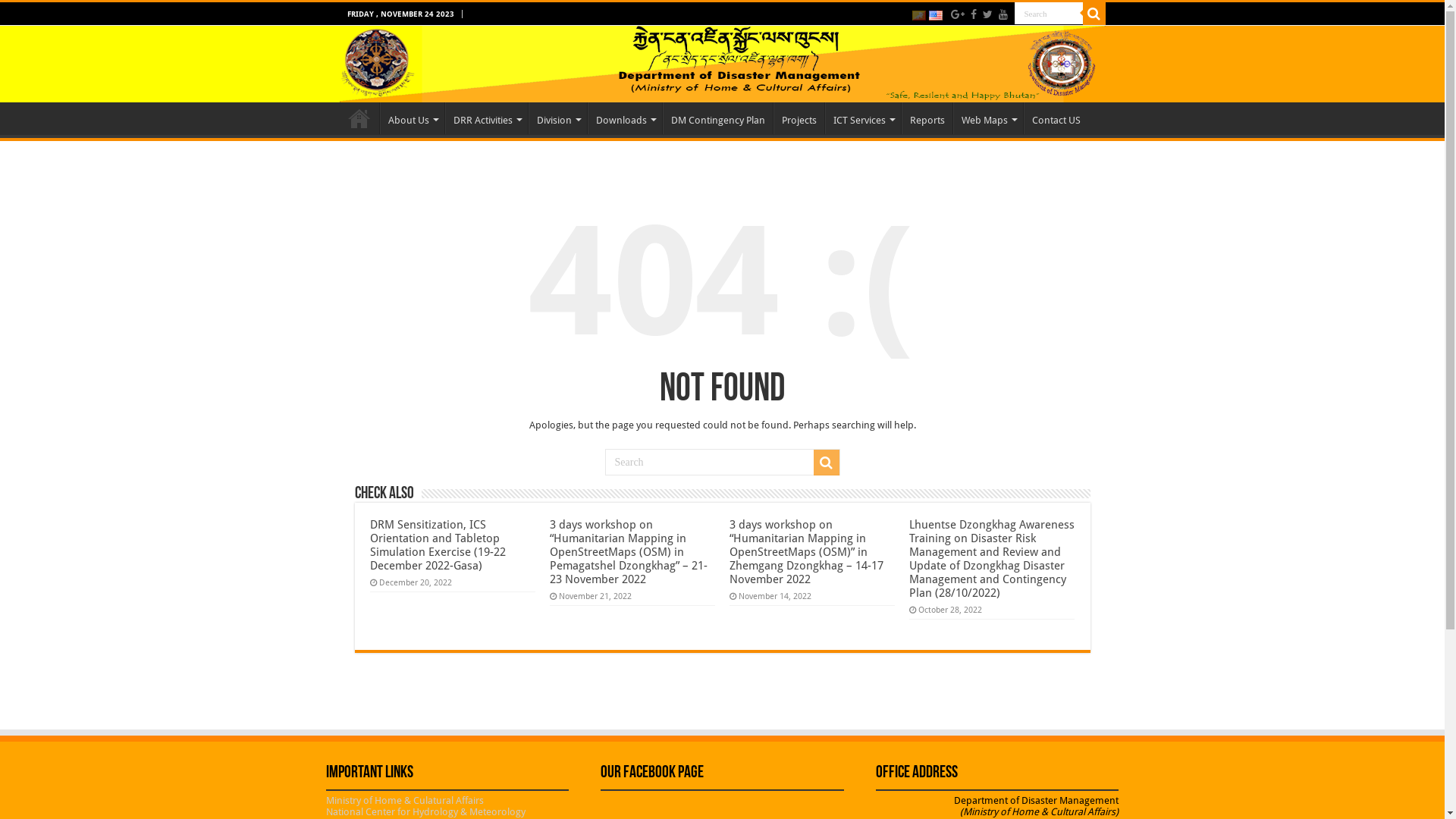 The height and width of the screenshot is (819, 1456). Describe the element at coordinates (443, 117) in the screenshot. I see `'DRR Activities'` at that location.